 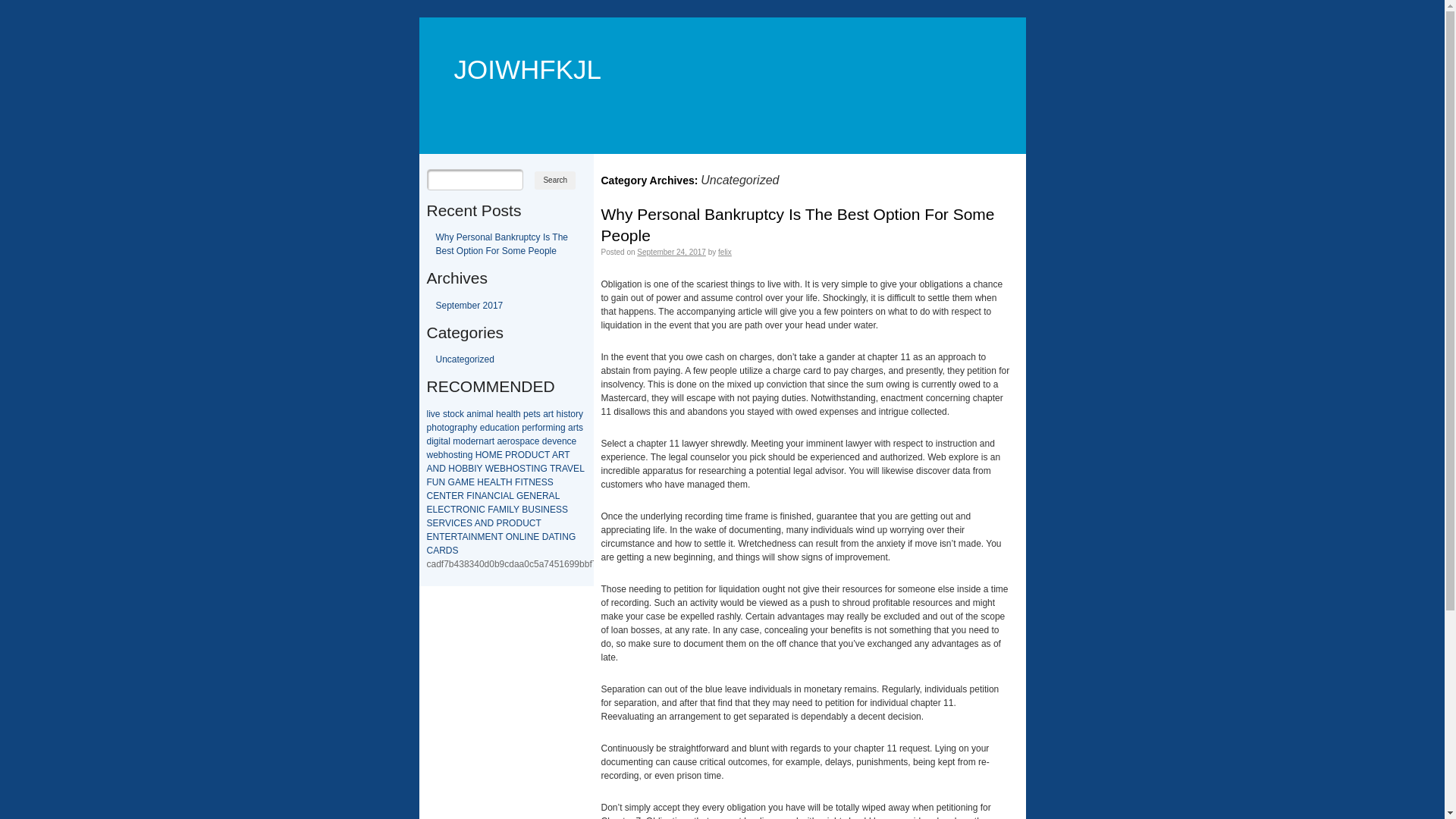 What do you see at coordinates (549, 482) in the screenshot?
I see `'S'` at bounding box center [549, 482].